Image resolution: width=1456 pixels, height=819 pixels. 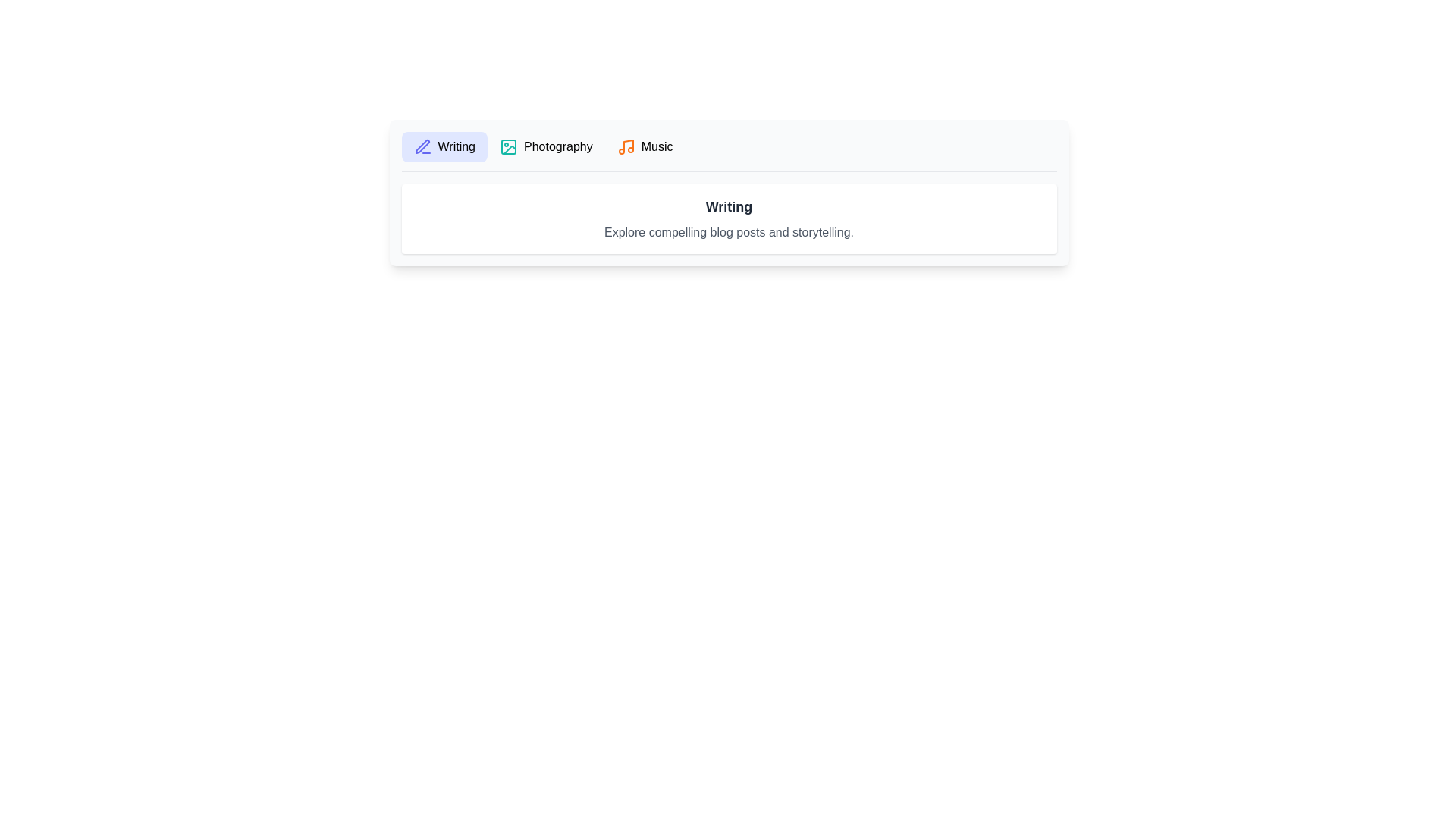 What do you see at coordinates (546, 146) in the screenshot?
I see `the tab labeled Photography` at bounding box center [546, 146].